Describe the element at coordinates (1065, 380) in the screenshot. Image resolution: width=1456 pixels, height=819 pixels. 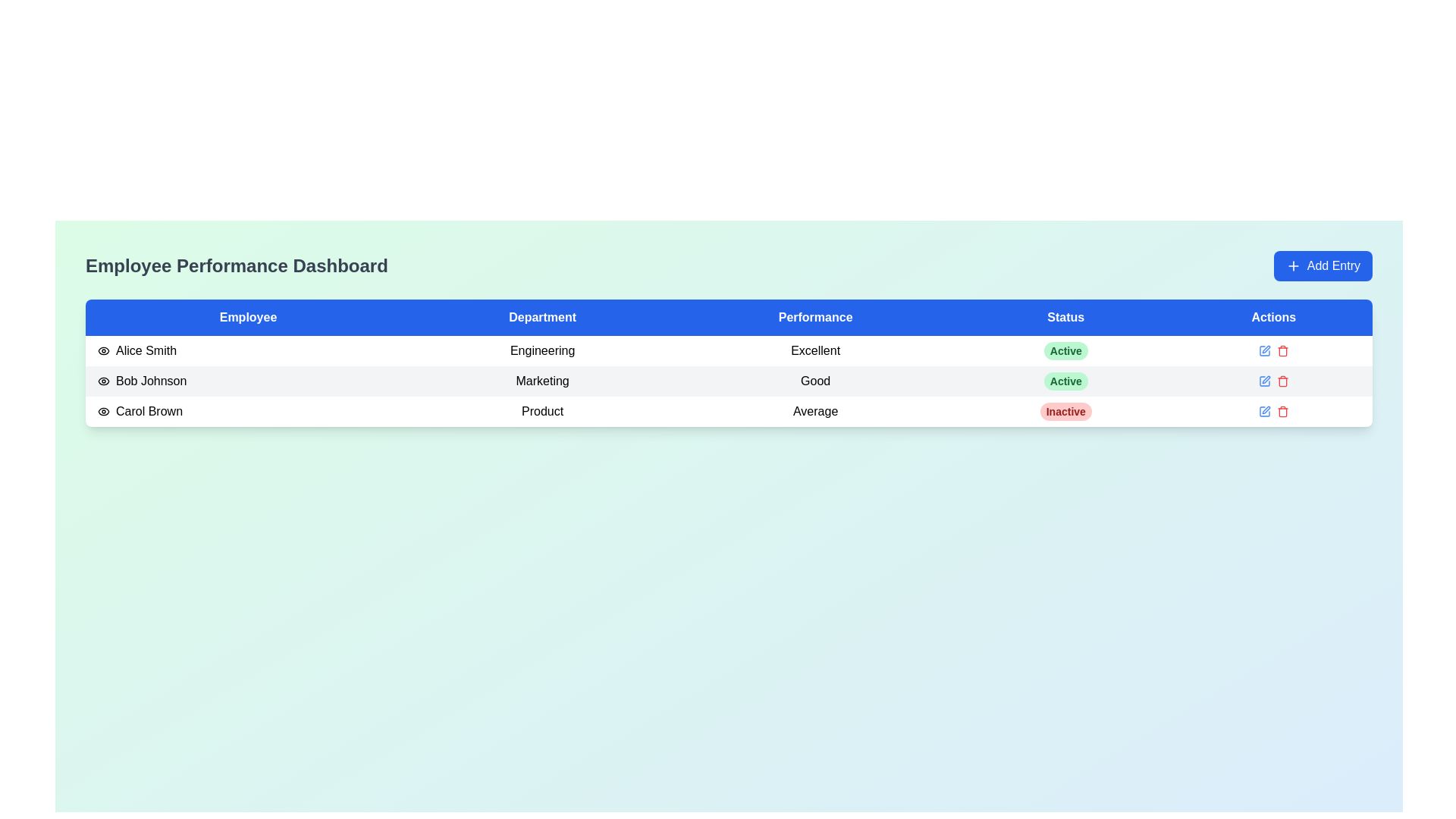
I see `the 'Active' status label in the second row of the table, which indicates the status of 'Bob Johnson'` at that location.